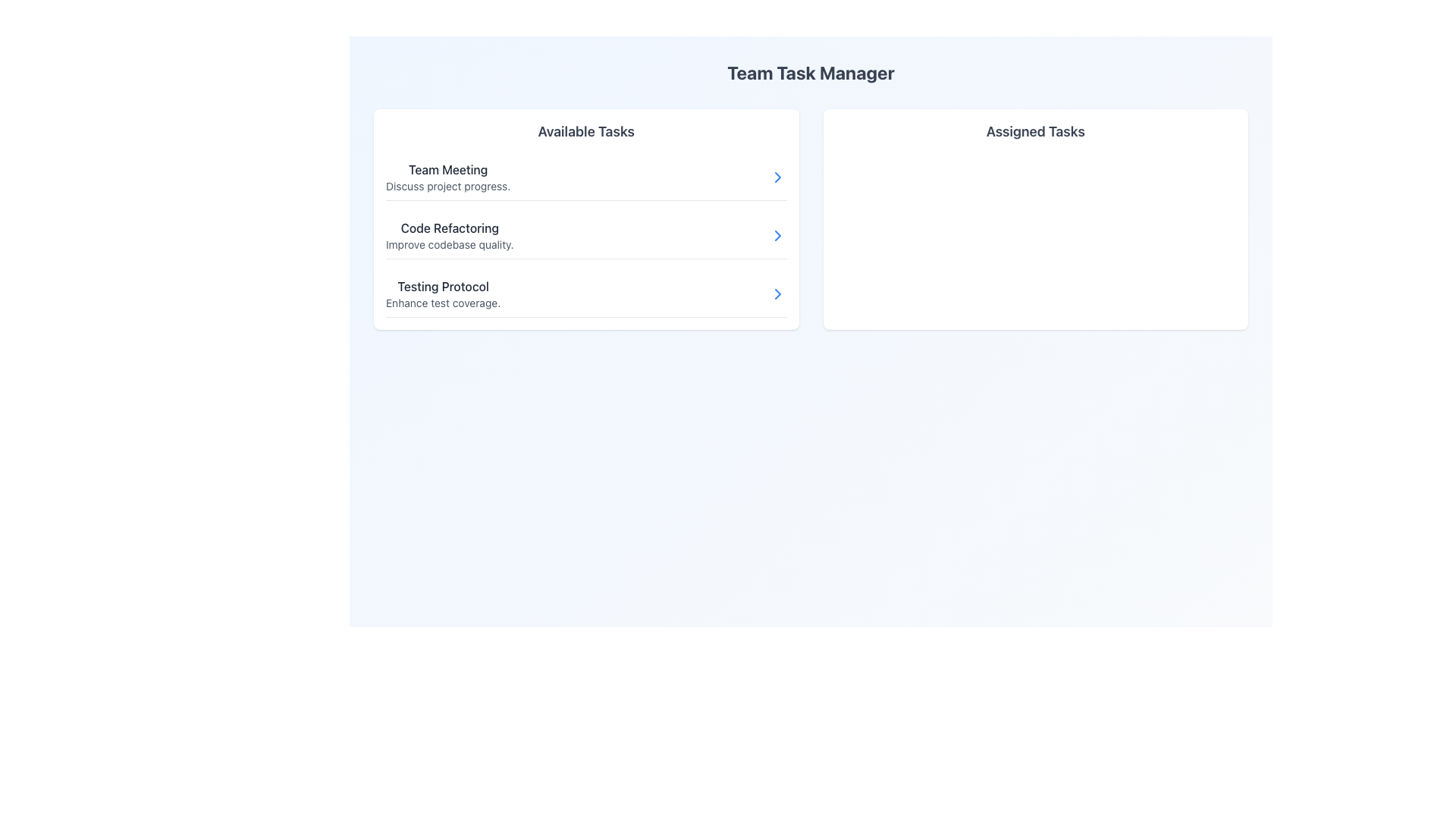 Image resolution: width=1456 pixels, height=819 pixels. Describe the element at coordinates (1034, 130) in the screenshot. I see `the Text Label that categorizes the content in the card, located at the top right side under 'Team Task Manager'` at that location.